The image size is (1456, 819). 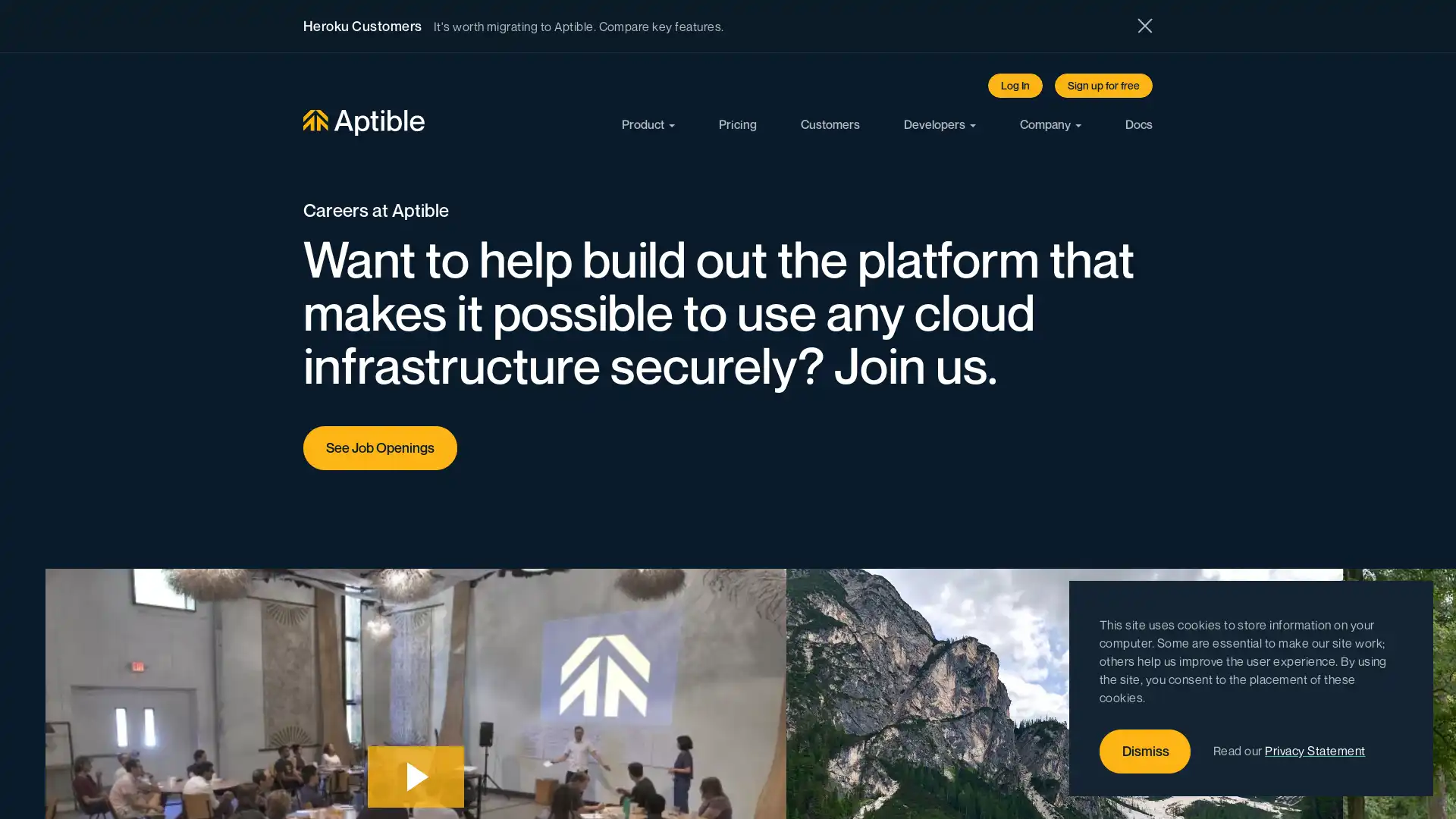 What do you see at coordinates (1103, 85) in the screenshot?
I see `Sign up for free` at bounding box center [1103, 85].